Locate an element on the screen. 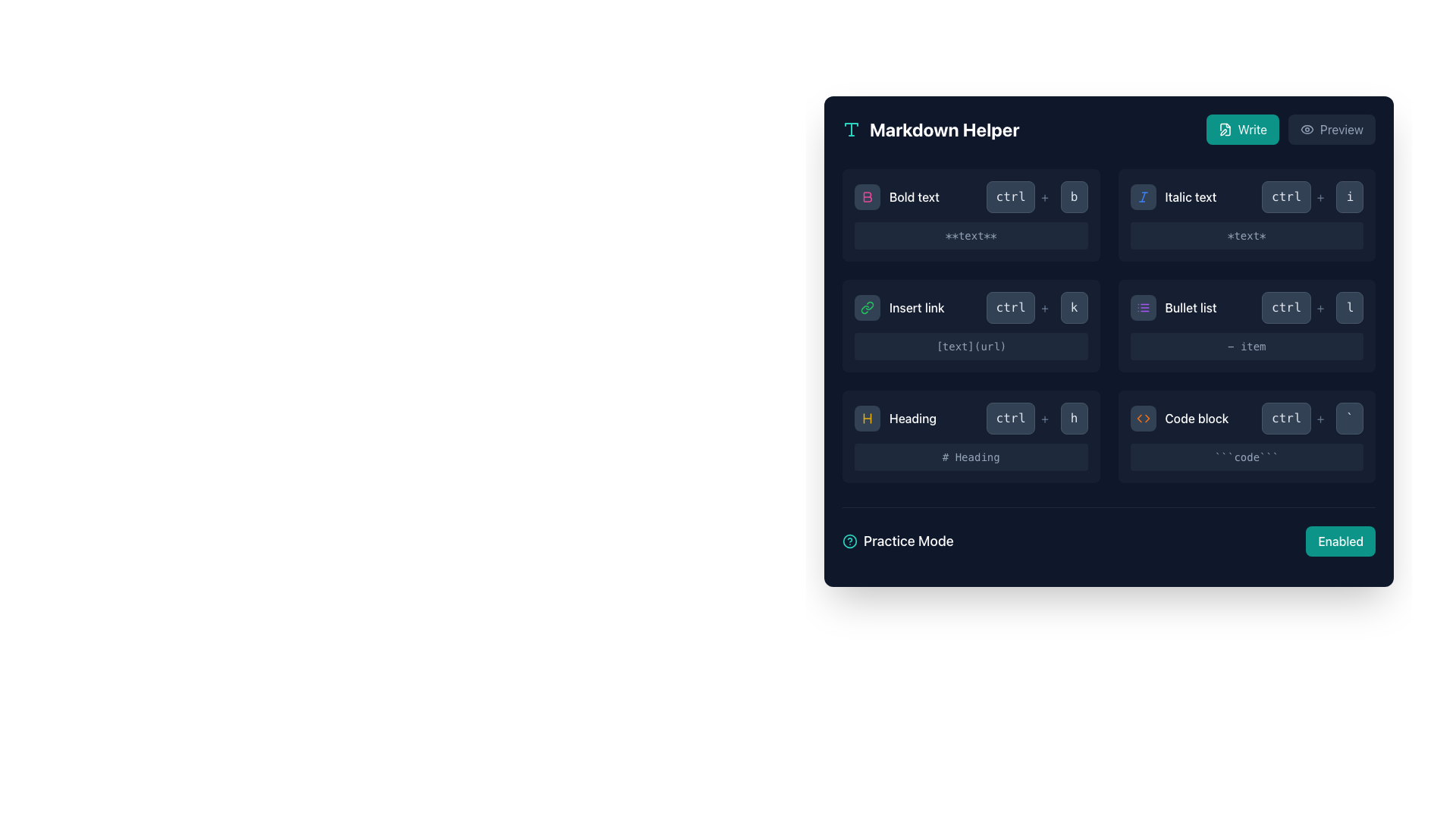 This screenshot has height=819, width=1456. the displayed Markdown link syntax text located at the bottom center of the 'Insert link' section in the 'Markdown Helper' interface is located at coordinates (971, 346).